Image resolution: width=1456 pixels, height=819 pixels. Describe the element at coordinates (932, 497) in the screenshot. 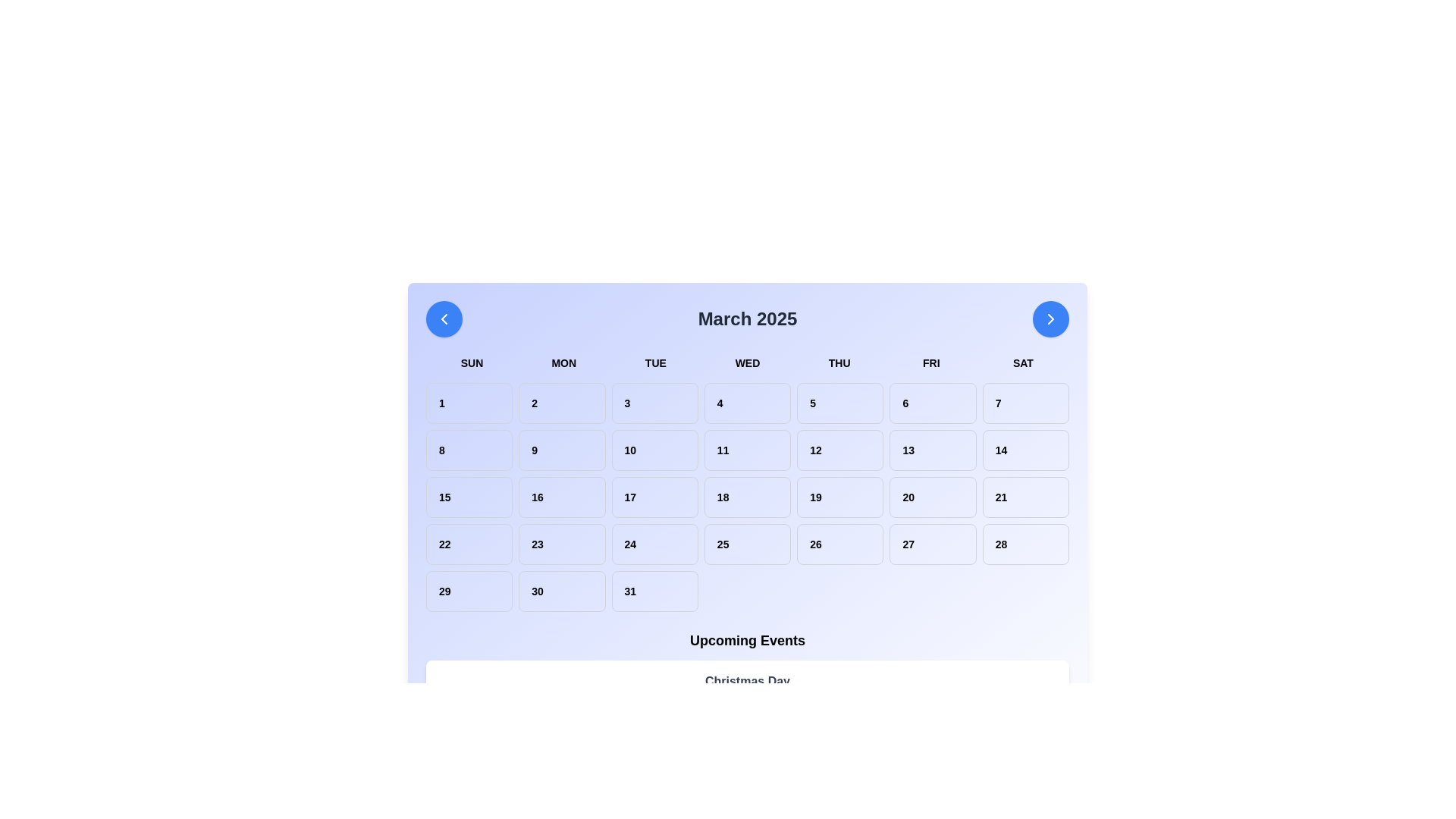

I see `the button displaying the number '20' in the calendar for March 2025` at that location.